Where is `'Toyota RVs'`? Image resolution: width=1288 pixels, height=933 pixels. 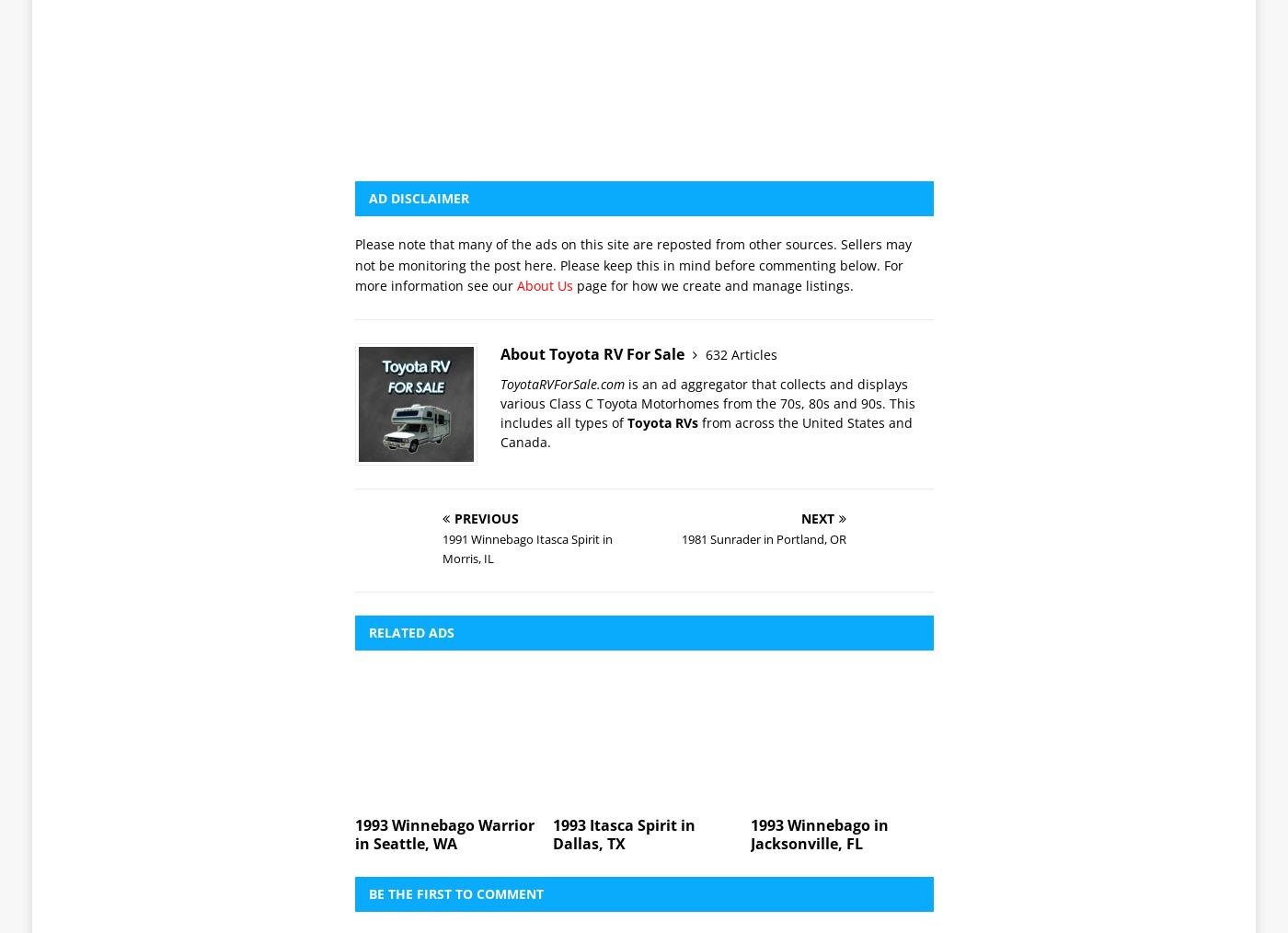 'Toyota RVs' is located at coordinates (661, 164).